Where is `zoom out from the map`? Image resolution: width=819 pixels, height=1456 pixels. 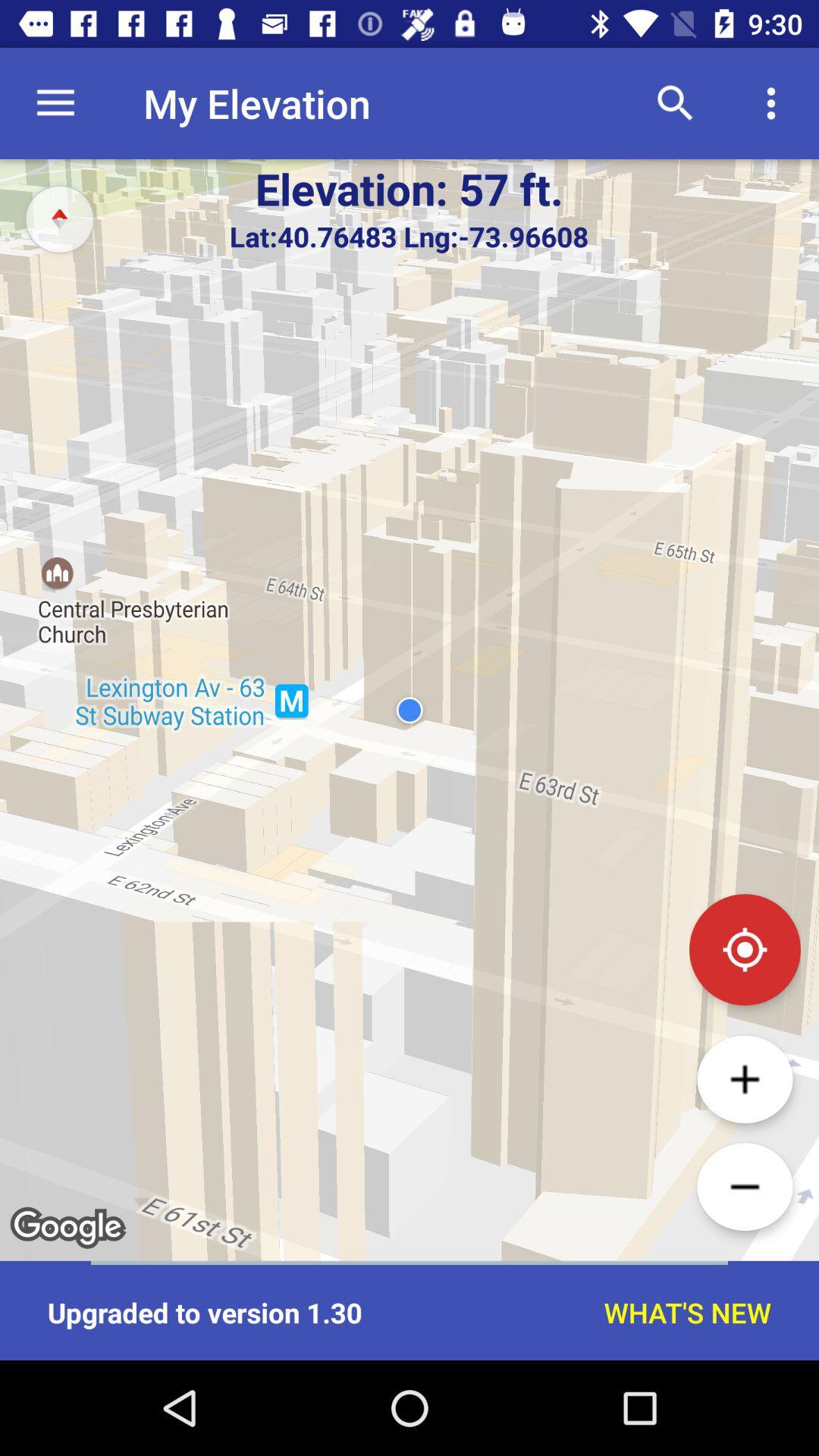
zoom out from the map is located at coordinates (744, 1186).